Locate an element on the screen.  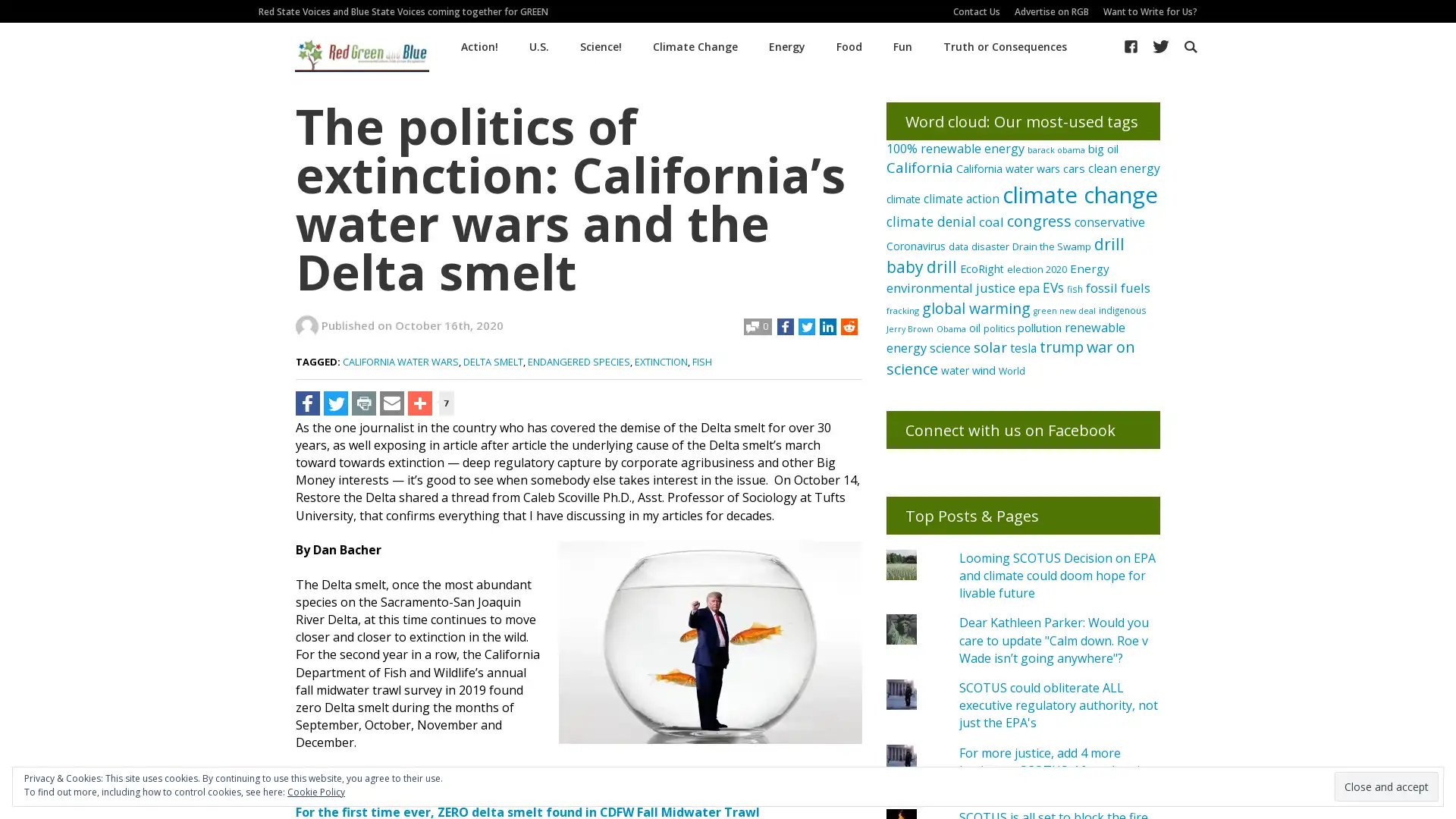
Share to Facebook is located at coordinates (307, 402).